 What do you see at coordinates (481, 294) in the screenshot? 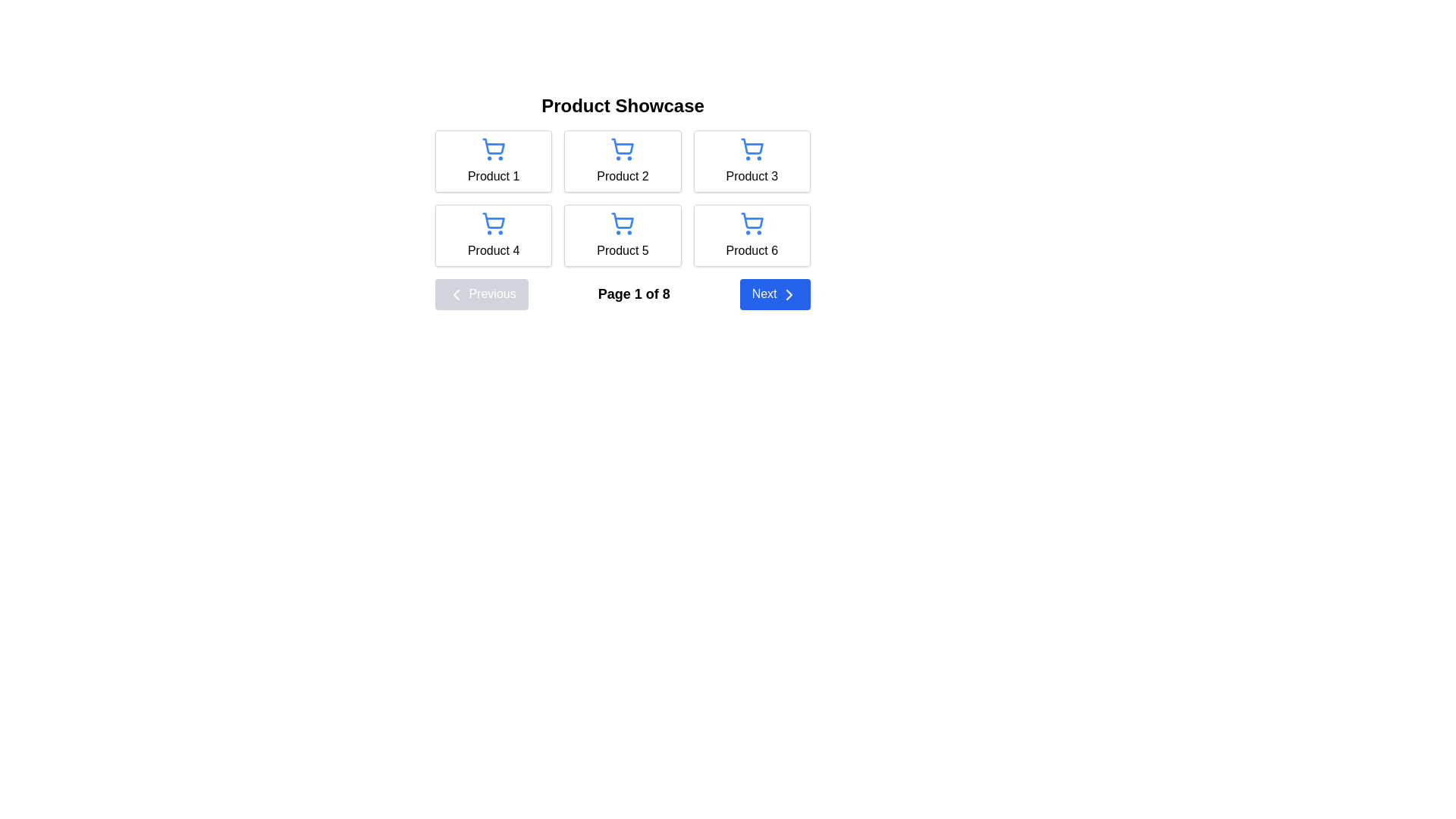
I see `the button that allows users` at bounding box center [481, 294].